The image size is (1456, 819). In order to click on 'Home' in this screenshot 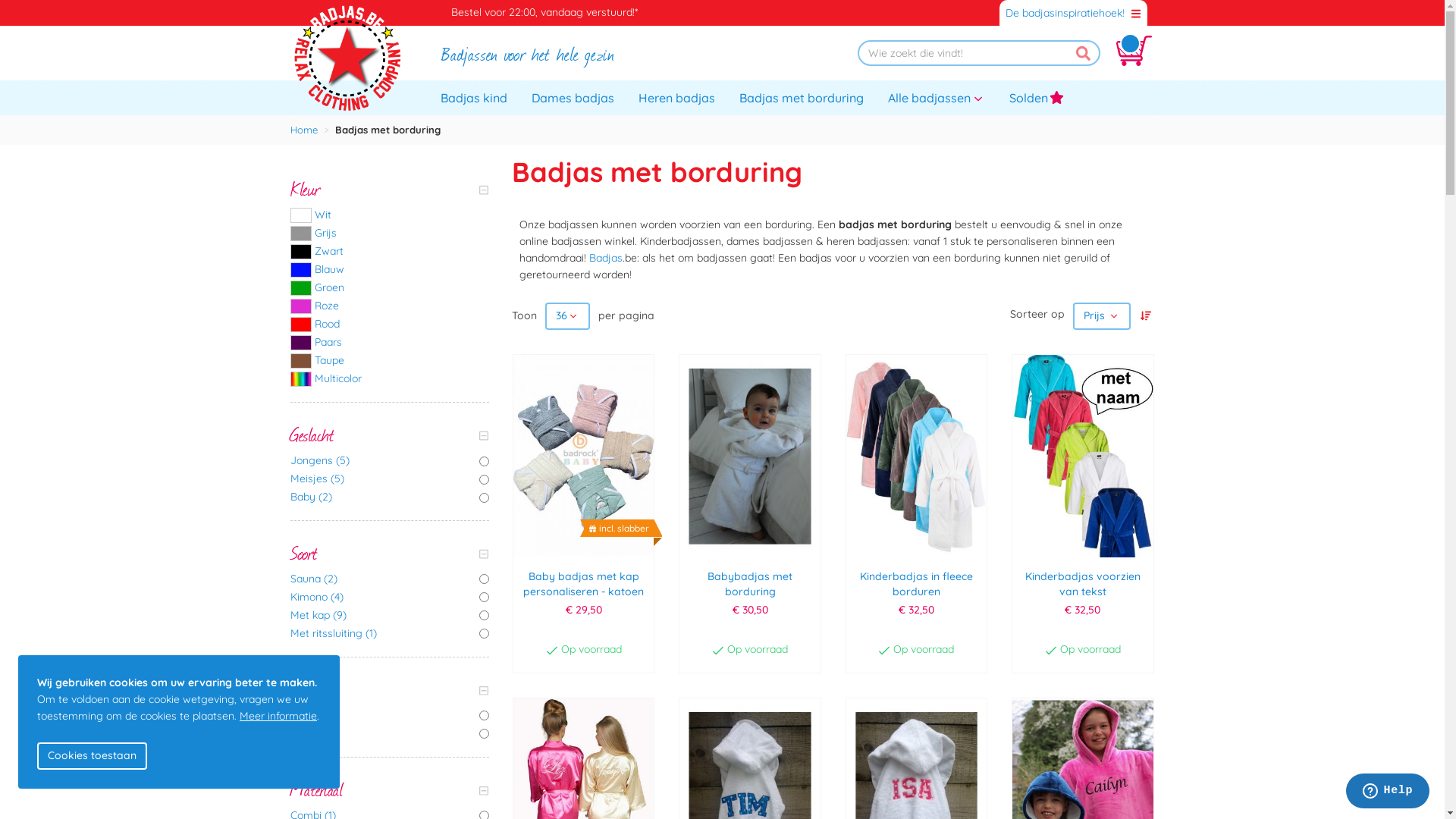, I will do `click(303, 129)`.